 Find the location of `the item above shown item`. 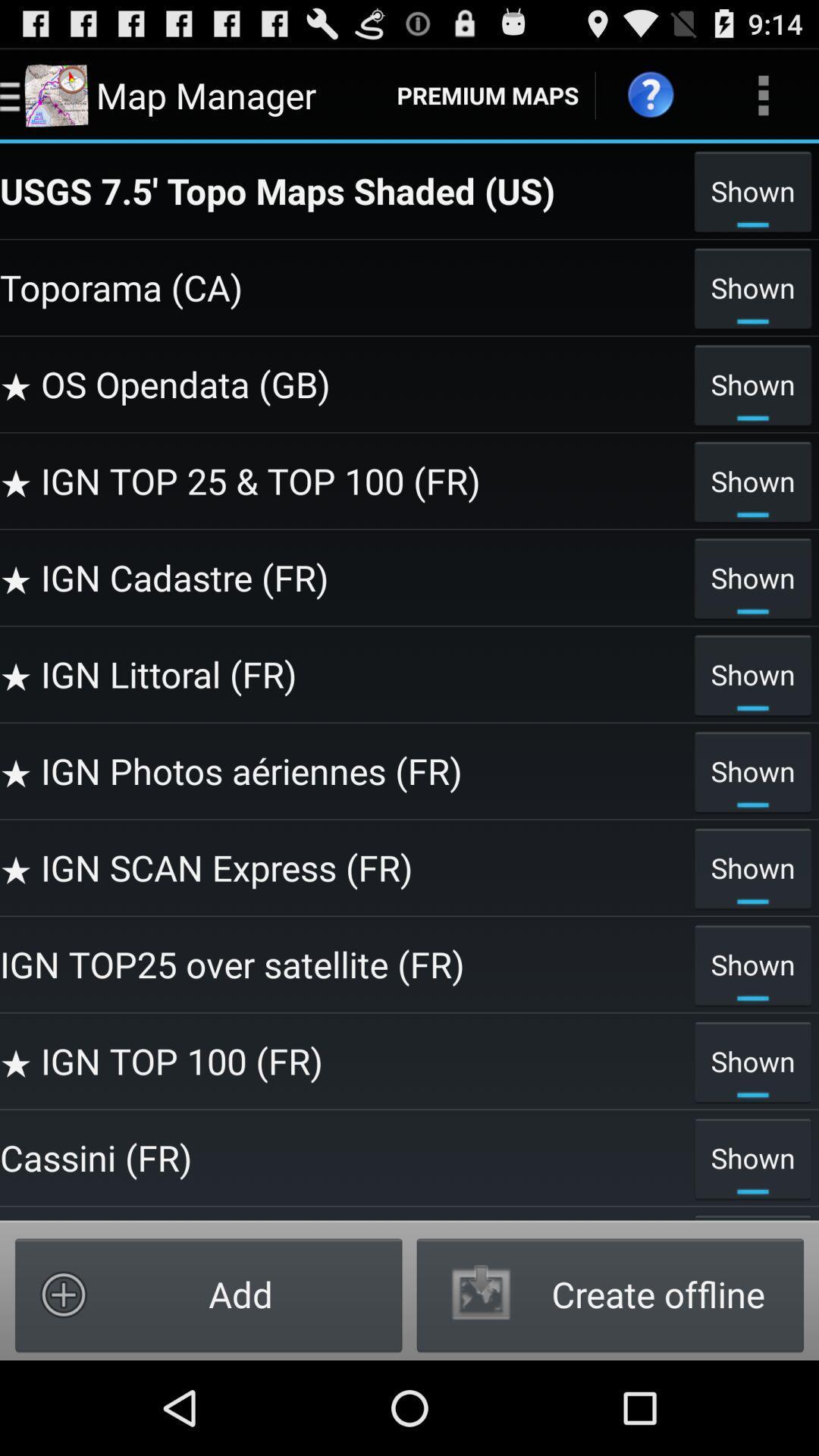

the item above shown item is located at coordinates (343, 868).